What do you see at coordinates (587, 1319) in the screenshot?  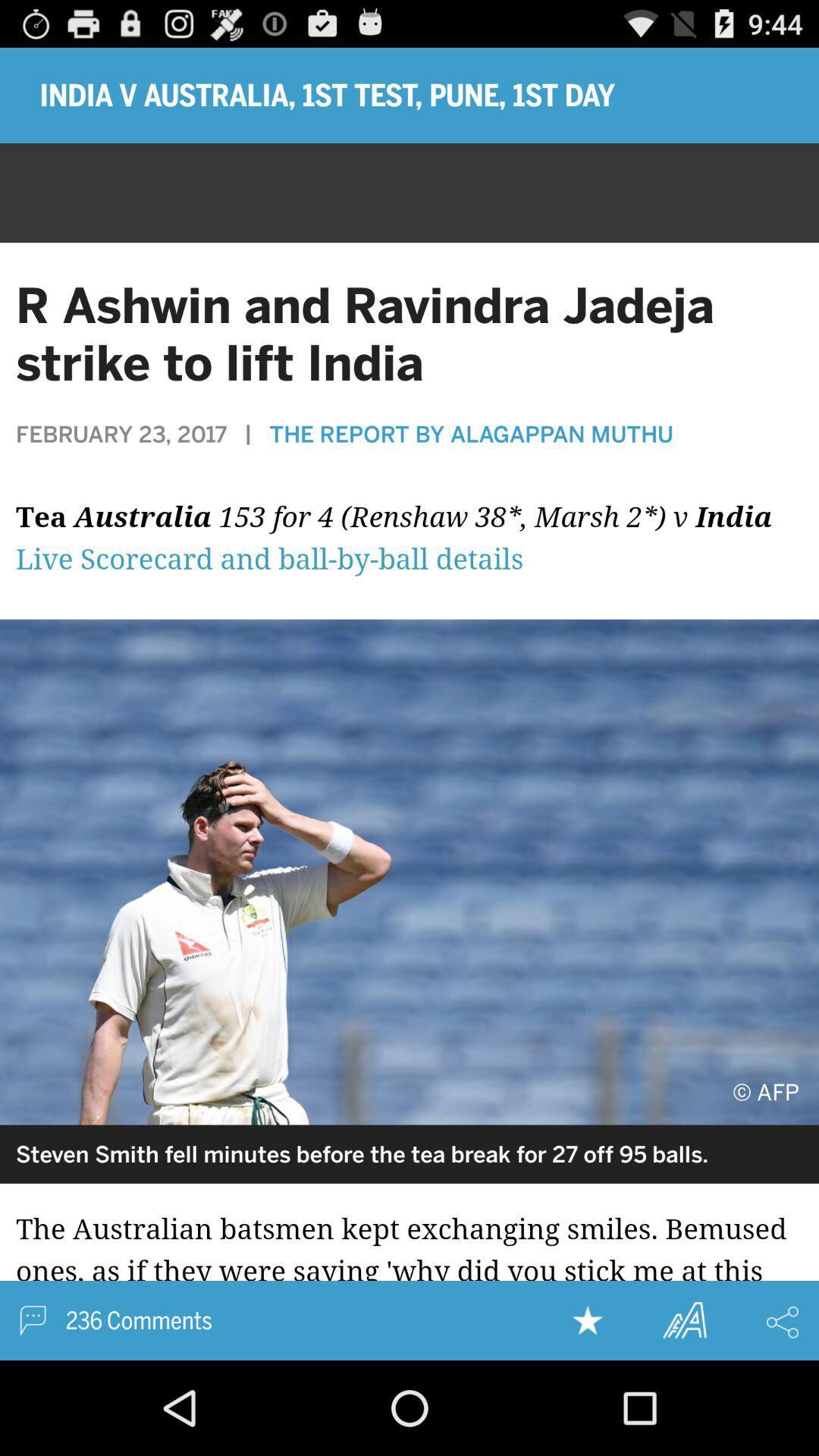 I see `this to favorites` at bounding box center [587, 1319].